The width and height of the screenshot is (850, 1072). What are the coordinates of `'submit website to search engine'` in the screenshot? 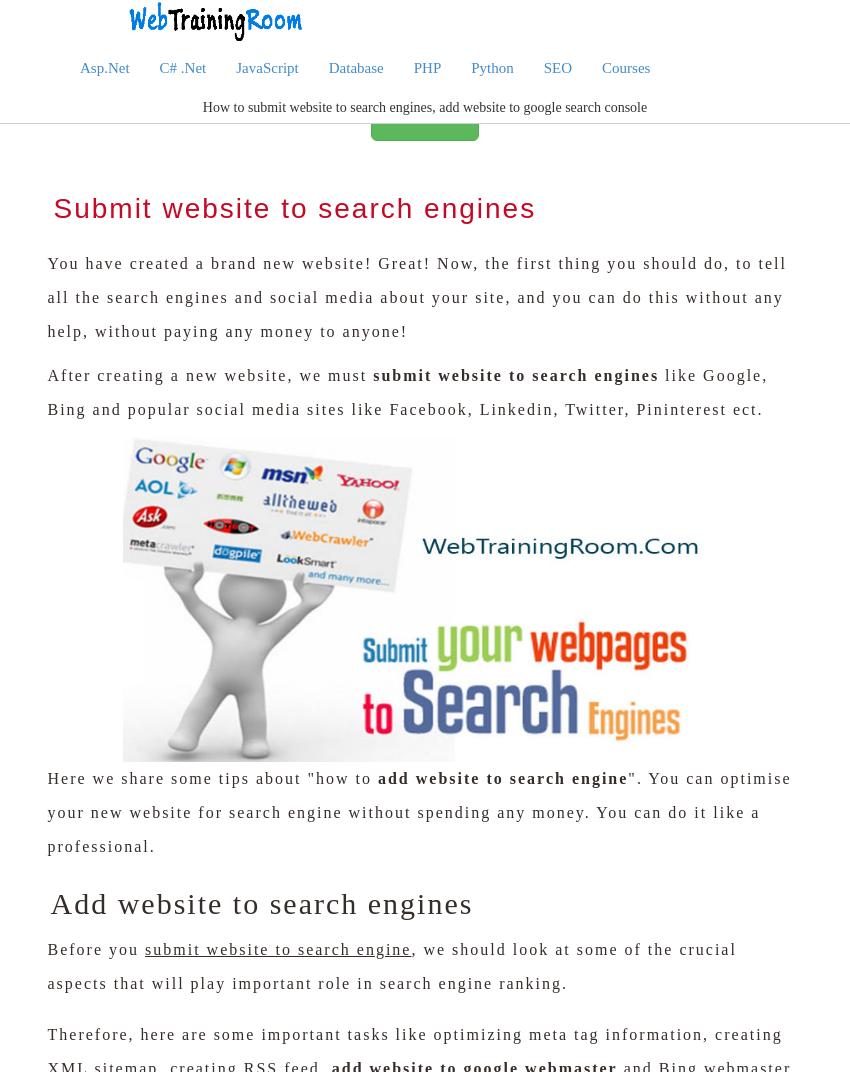 It's located at (145, 947).